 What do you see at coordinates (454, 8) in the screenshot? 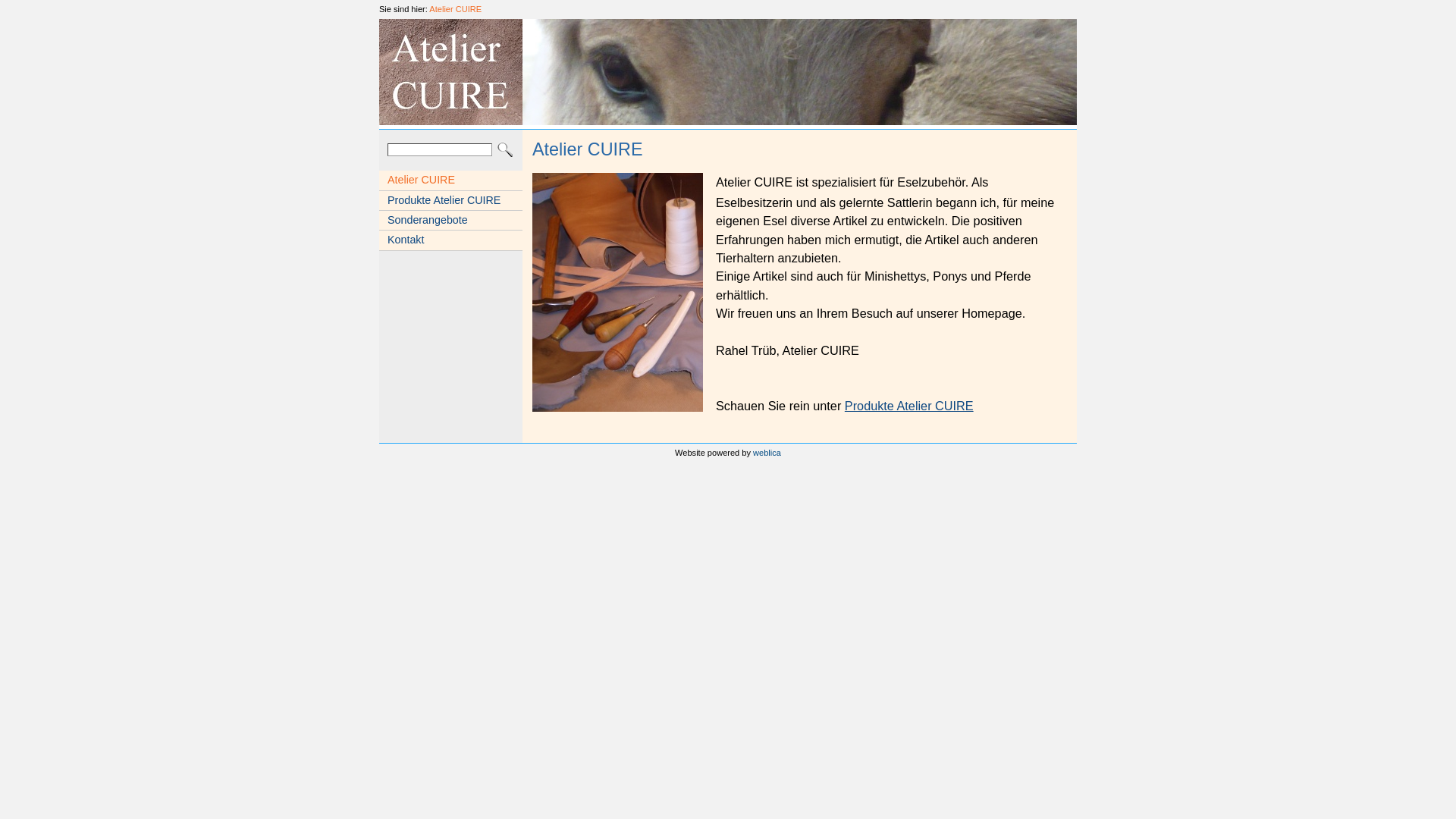
I see `'Atelier CUIRE'` at bounding box center [454, 8].